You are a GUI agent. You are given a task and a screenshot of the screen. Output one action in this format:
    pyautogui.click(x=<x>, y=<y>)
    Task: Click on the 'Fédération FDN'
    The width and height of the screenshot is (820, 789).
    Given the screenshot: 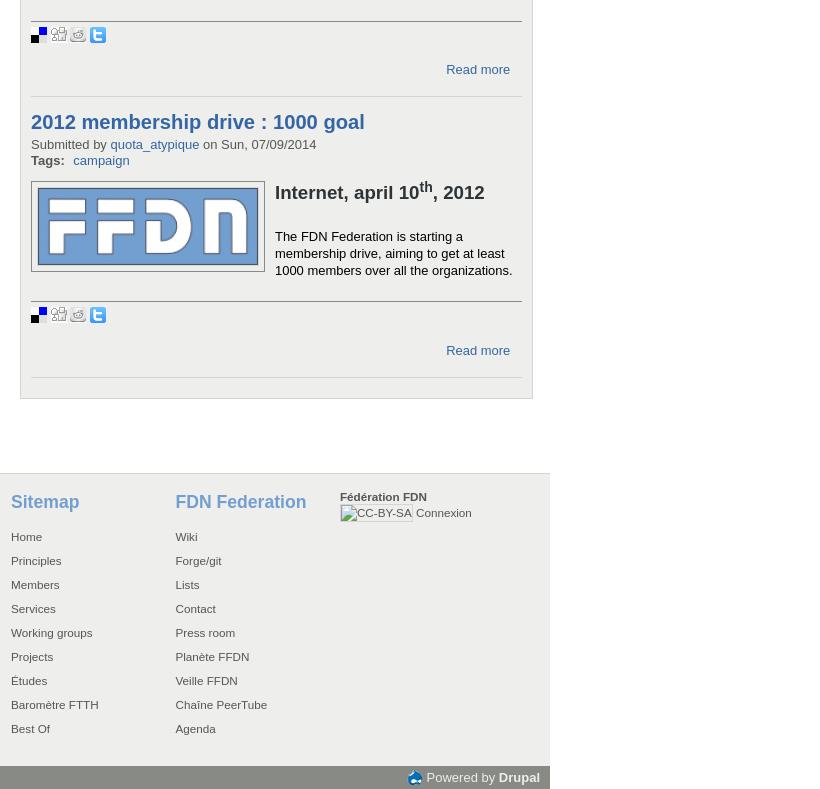 What is the action you would take?
    pyautogui.click(x=382, y=494)
    